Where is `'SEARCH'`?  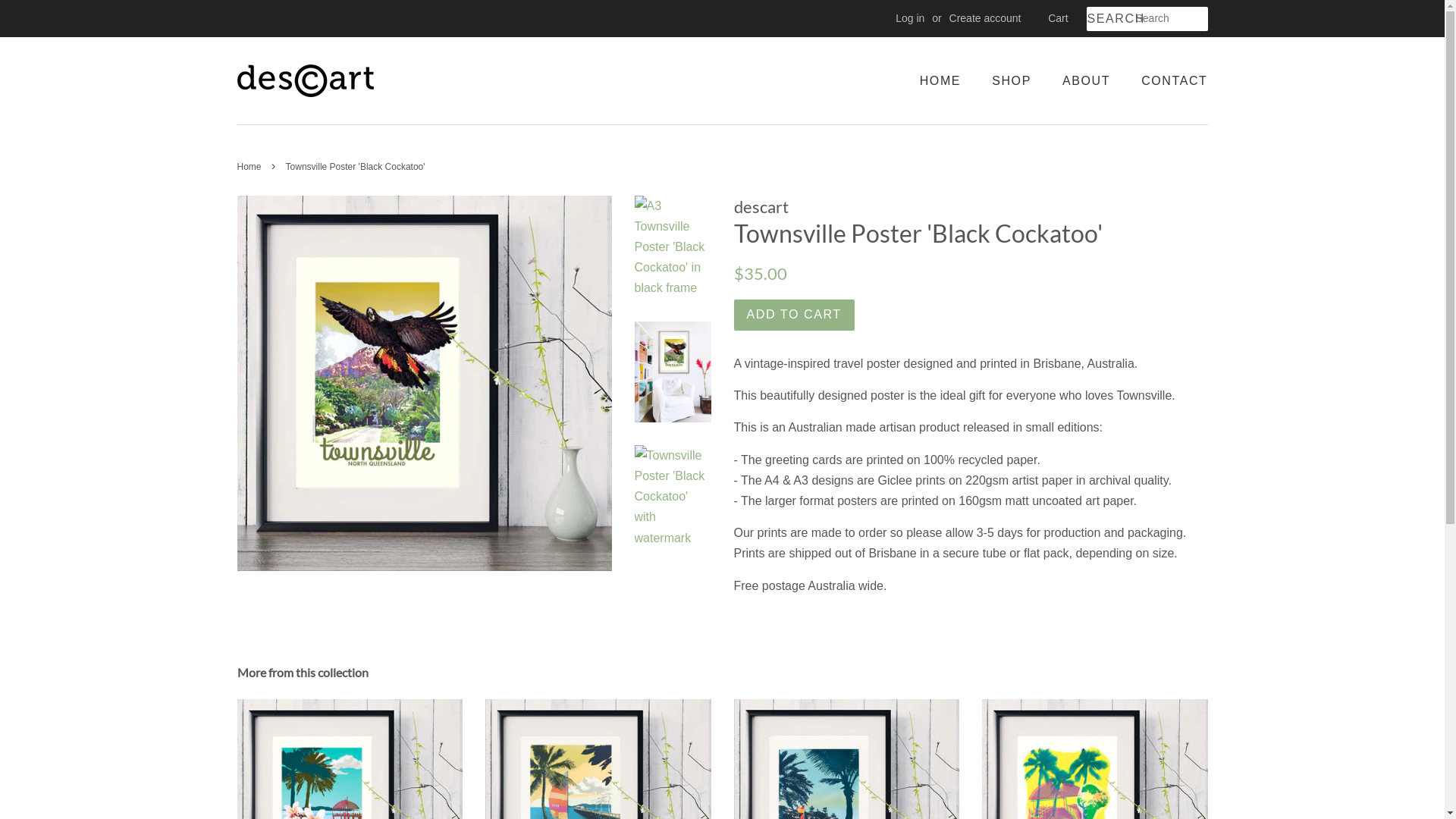 'SEARCH' is located at coordinates (1084, 19).